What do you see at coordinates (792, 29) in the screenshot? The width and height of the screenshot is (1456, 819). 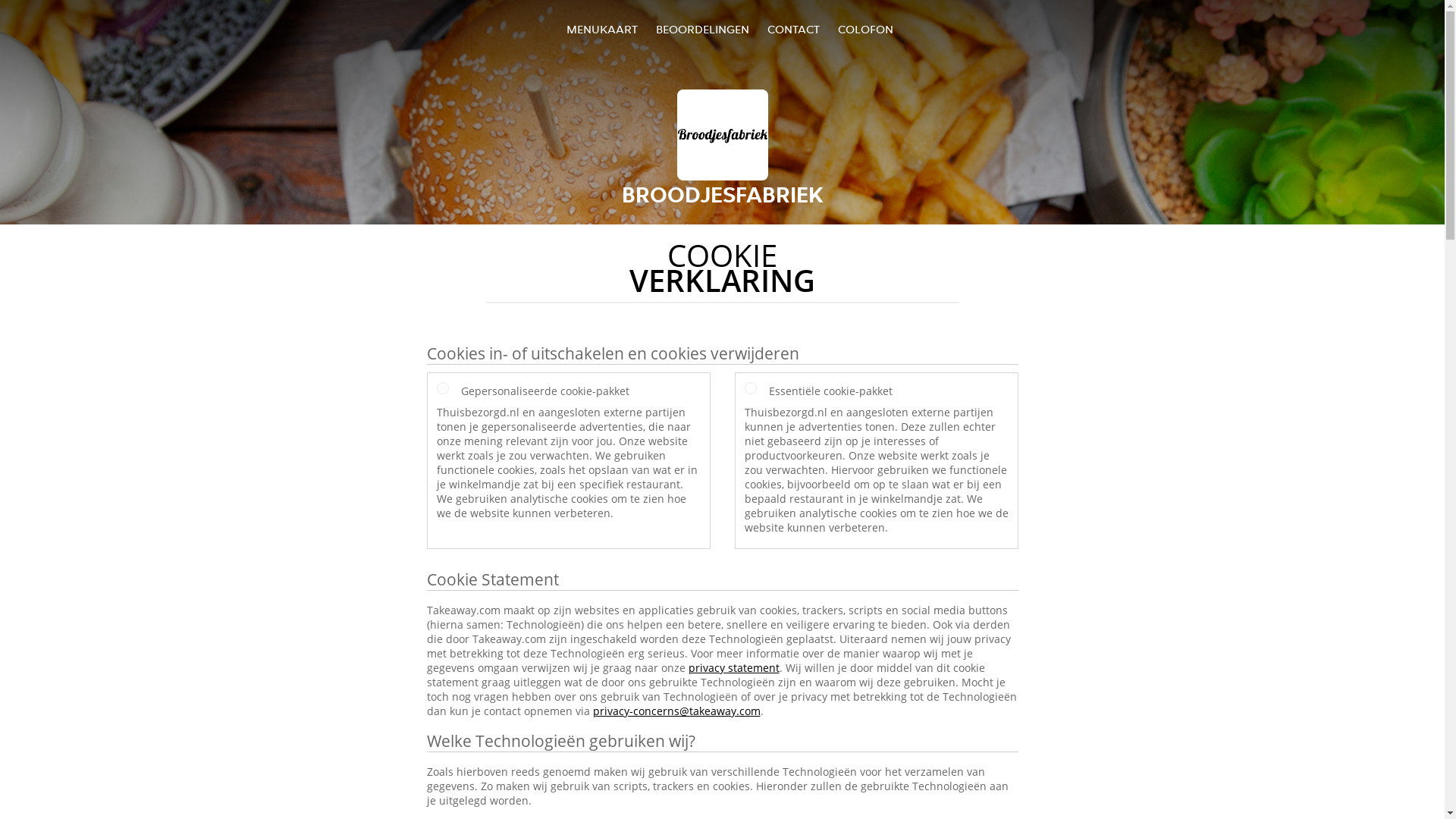 I see `'CONTACT'` at bounding box center [792, 29].